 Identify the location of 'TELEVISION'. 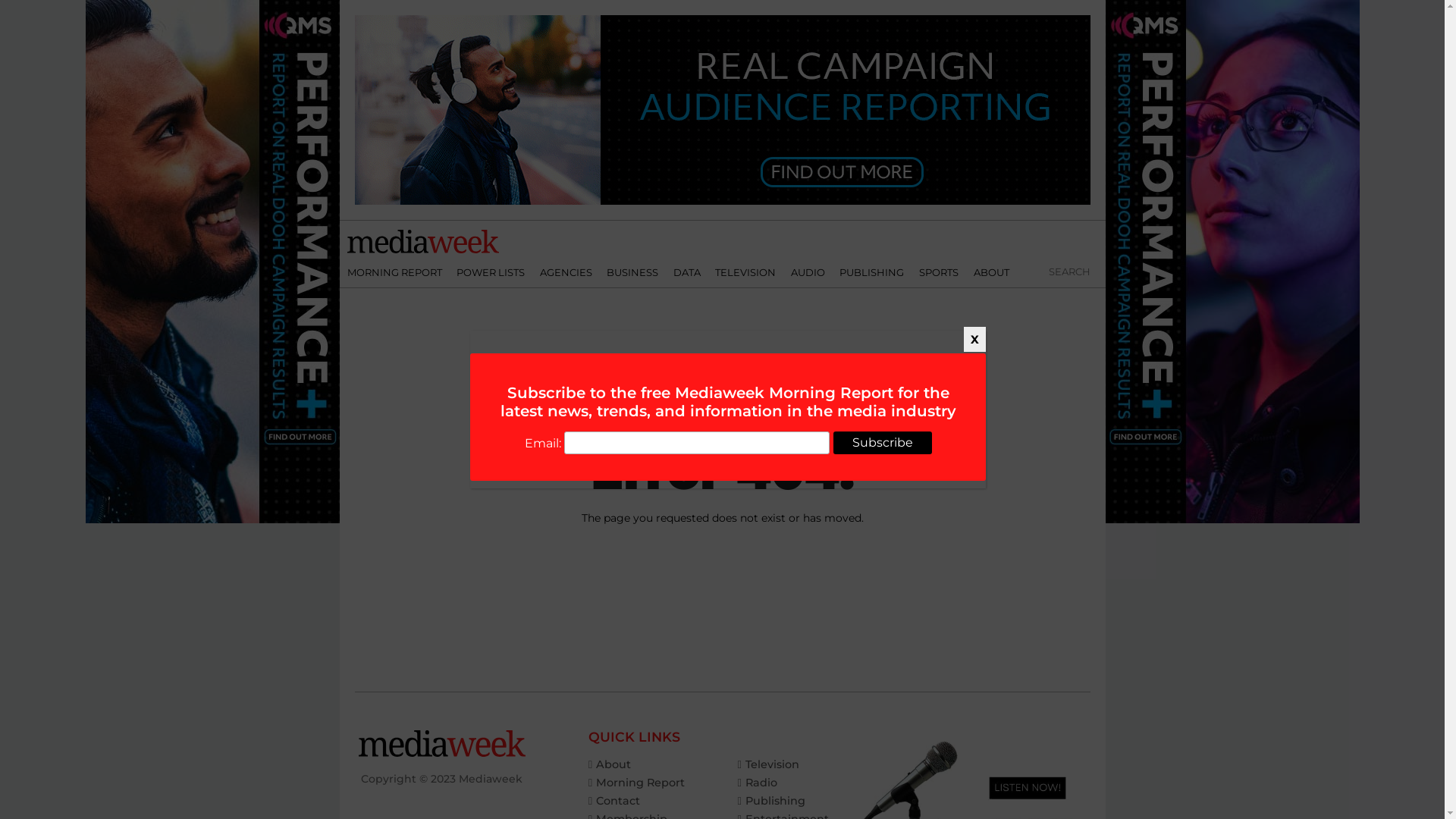
(708, 271).